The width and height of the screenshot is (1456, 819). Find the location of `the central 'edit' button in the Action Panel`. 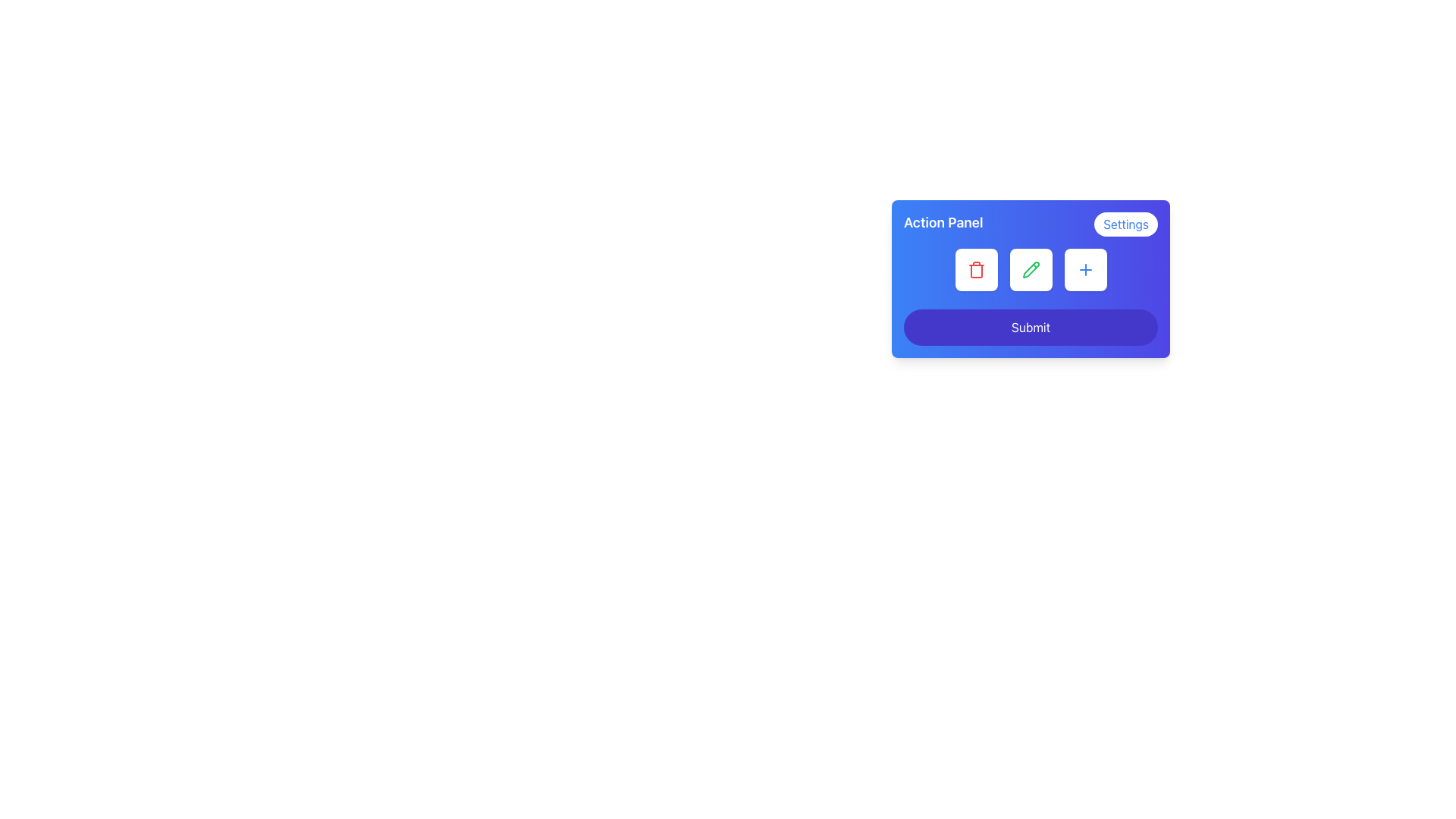

the central 'edit' button in the Action Panel is located at coordinates (1031, 268).